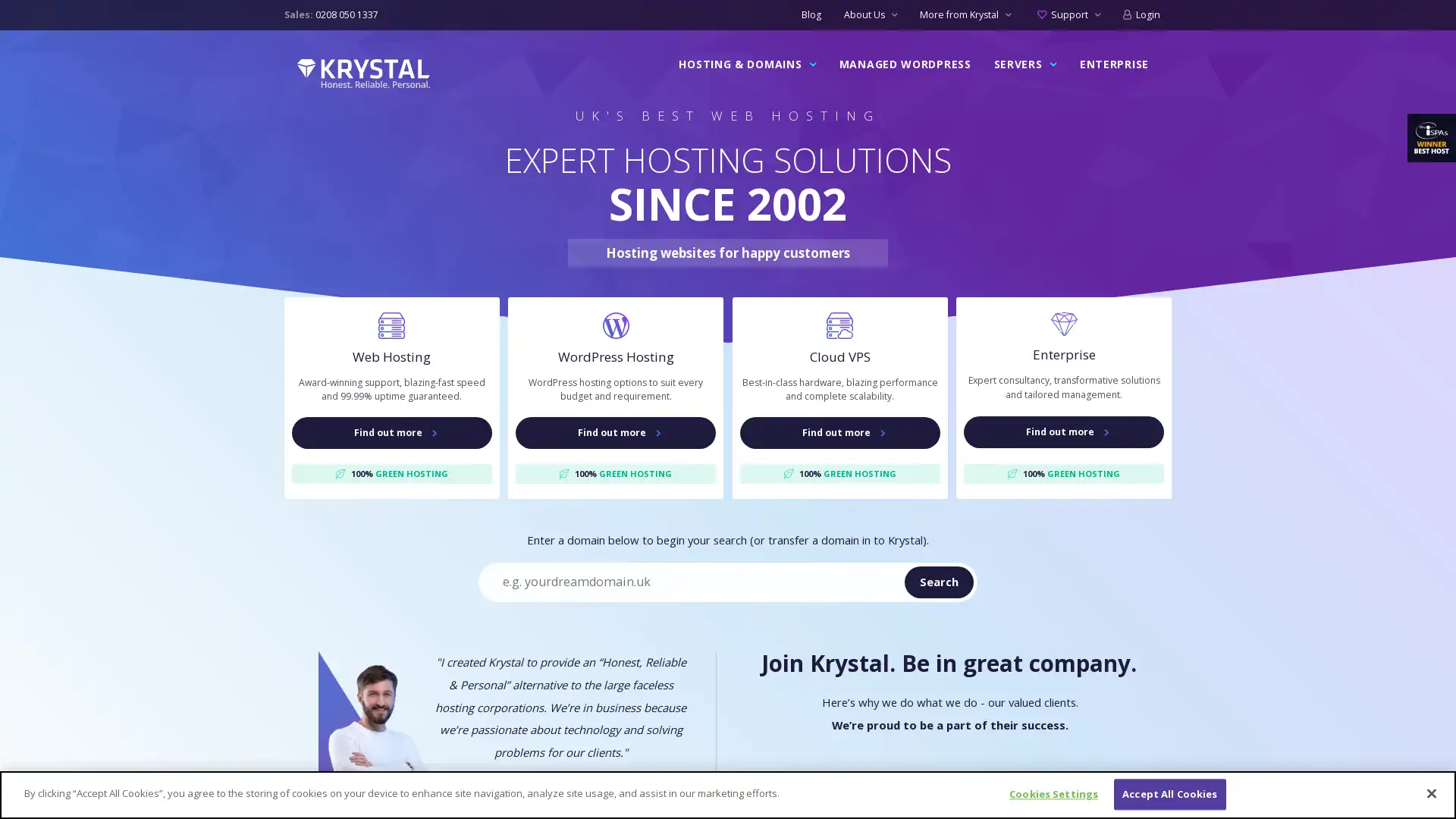 Image resolution: width=1456 pixels, height=819 pixels. I want to click on Close, so click(1430, 792).